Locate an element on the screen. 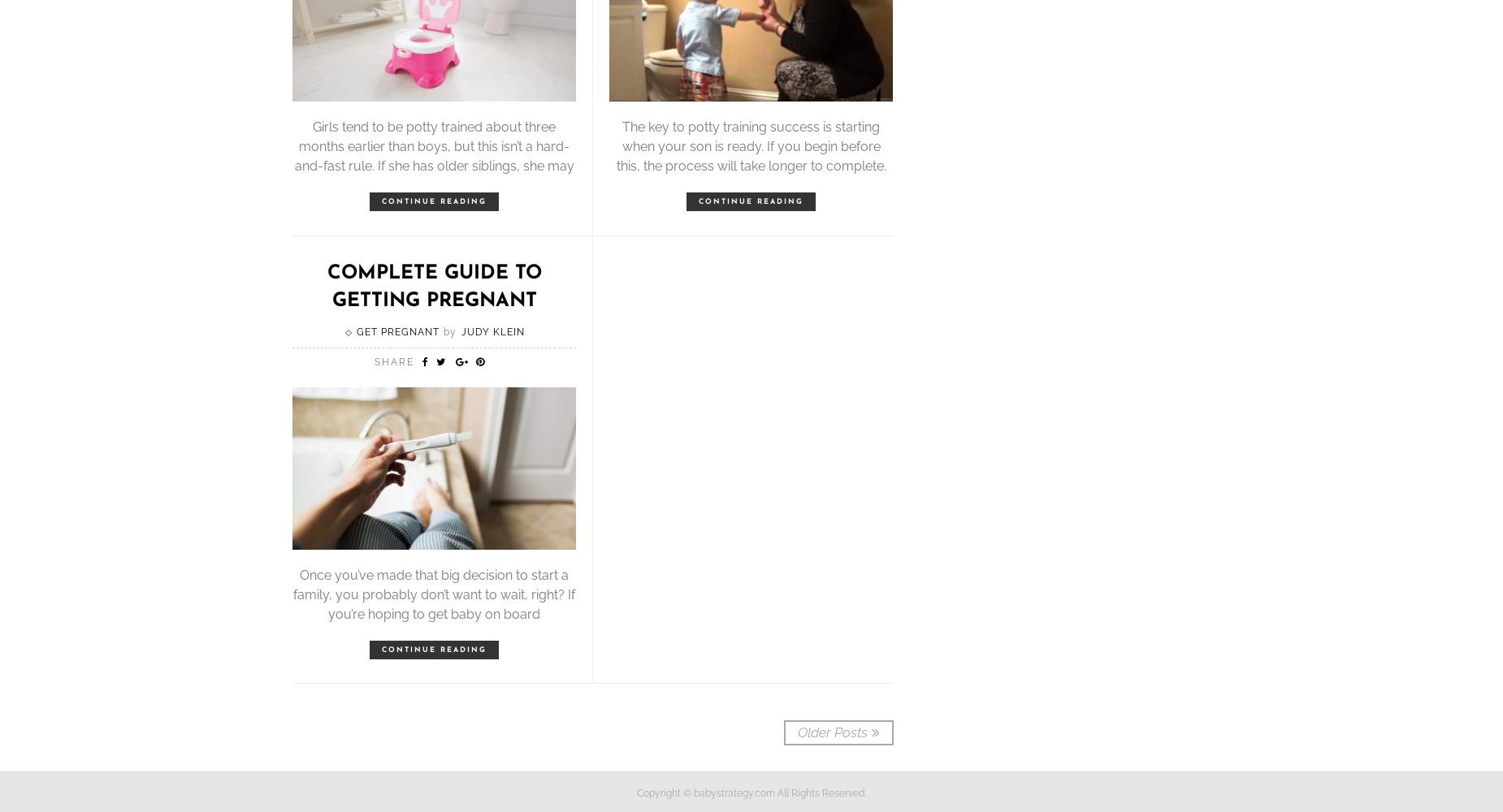 This screenshot has width=1503, height=812. 'Get Pregnant' is located at coordinates (355, 332).